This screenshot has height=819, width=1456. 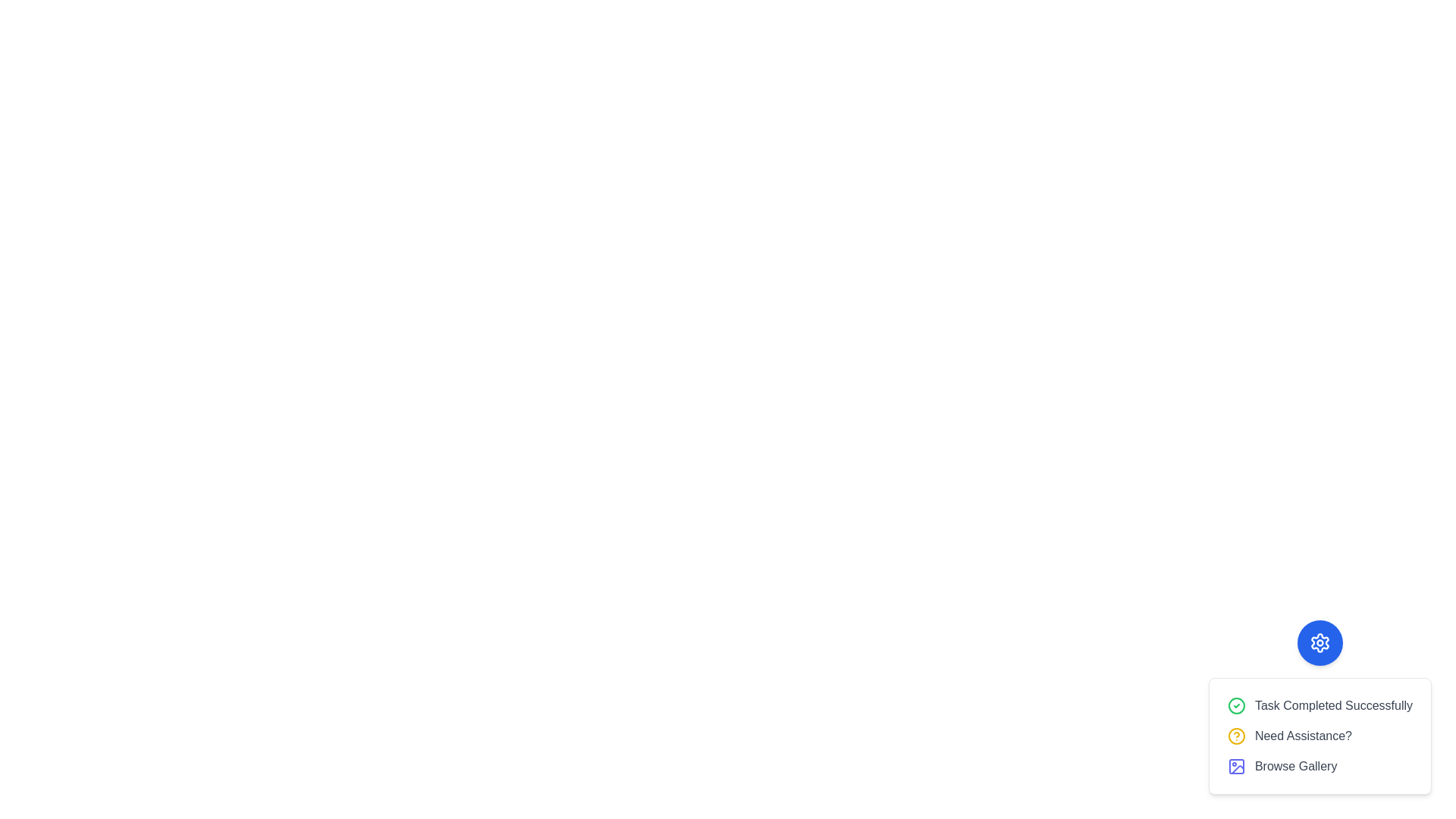 What do you see at coordinates (1236, 766) in the screenshot?
I see `the 'Browse Gallery' icon located to the left of the 'Browse Gallery' text in the vertically stacked menu on the lower right part of the interface` at bounding box center [1236, 766].